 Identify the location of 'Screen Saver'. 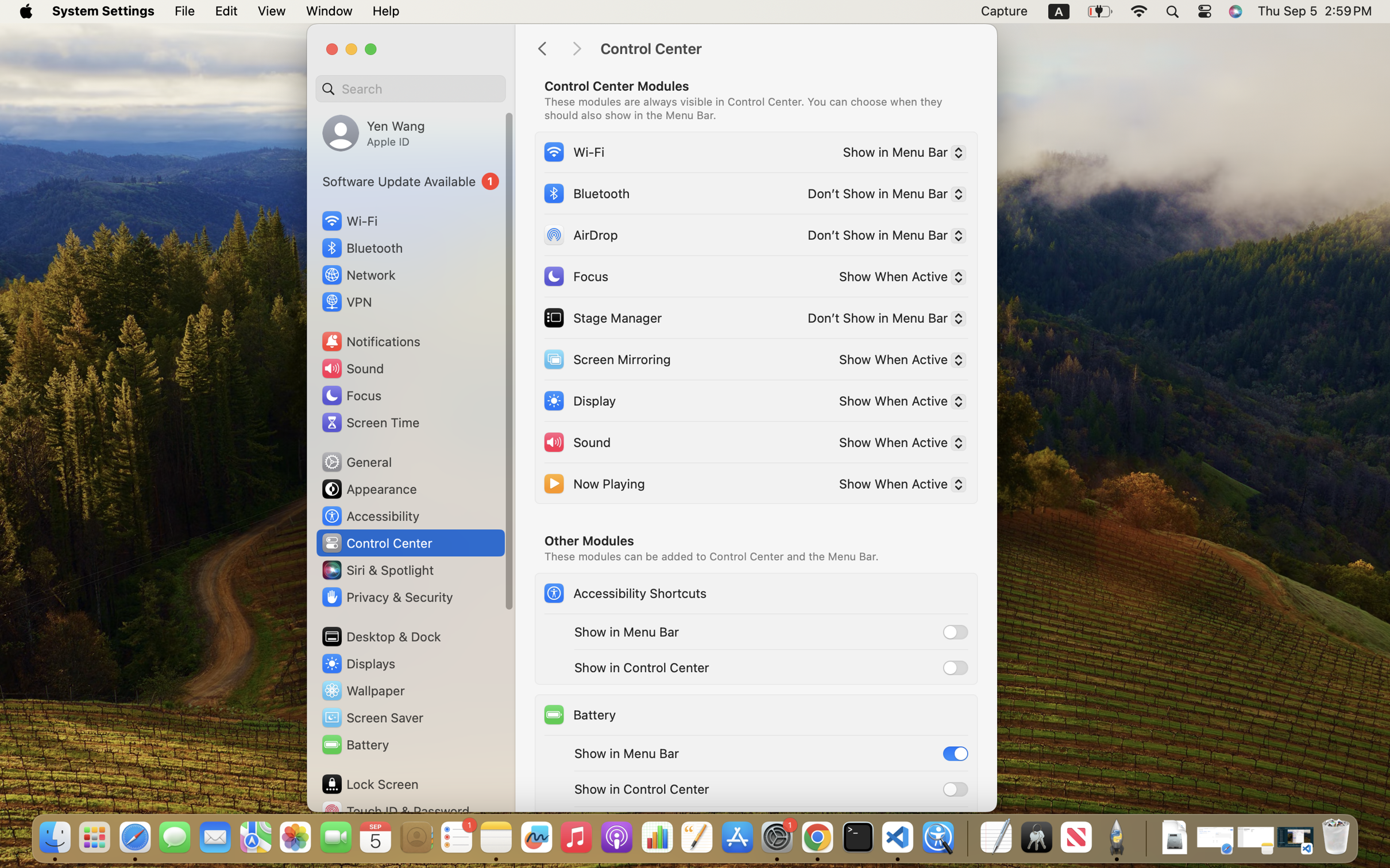
(371, 718).